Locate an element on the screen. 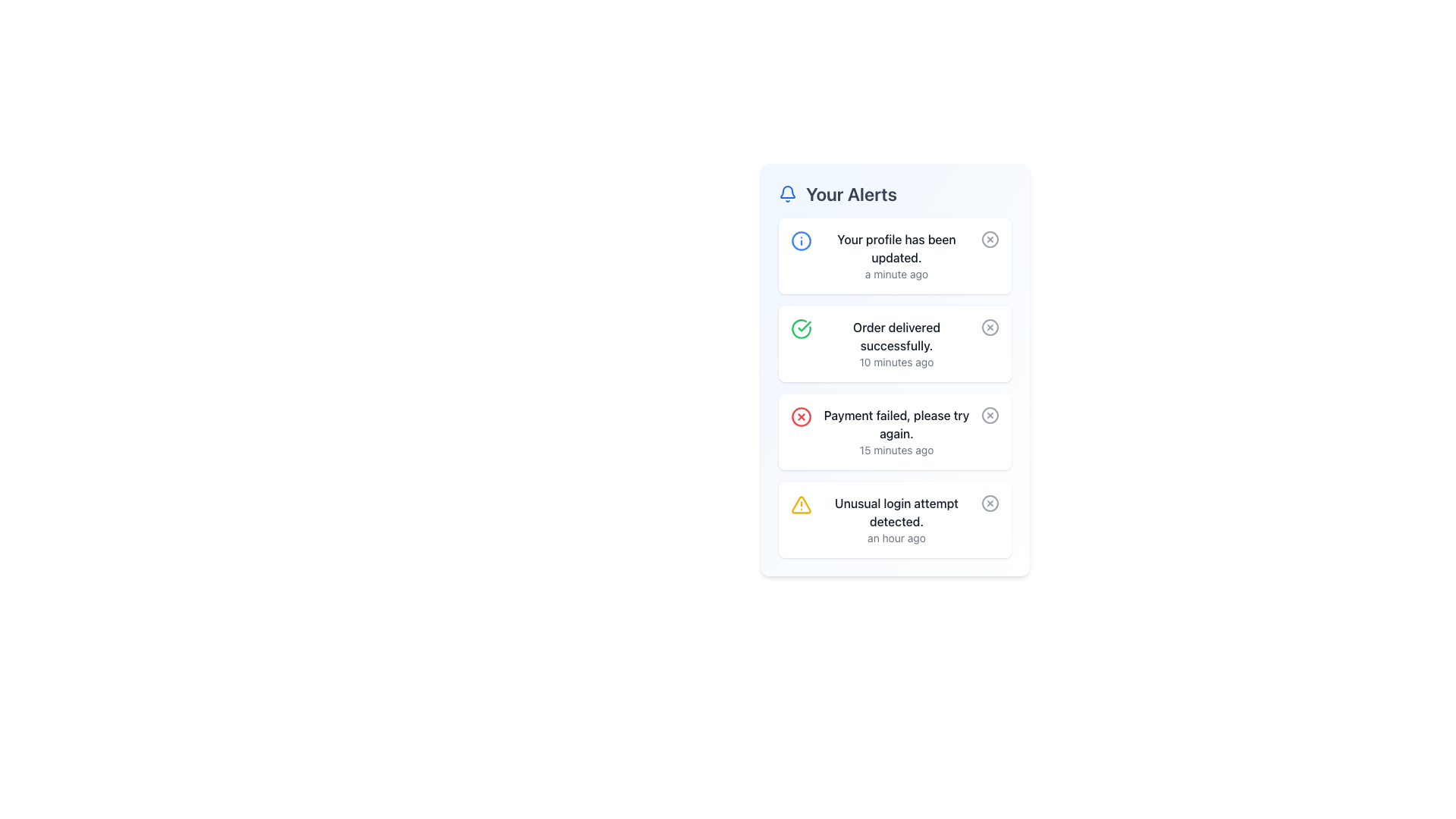 The width and height of the screenshot is (1456, 819). notification message displayed in the text area that states 'Payment failed, please try again.' is located at coordinates (896, 432).